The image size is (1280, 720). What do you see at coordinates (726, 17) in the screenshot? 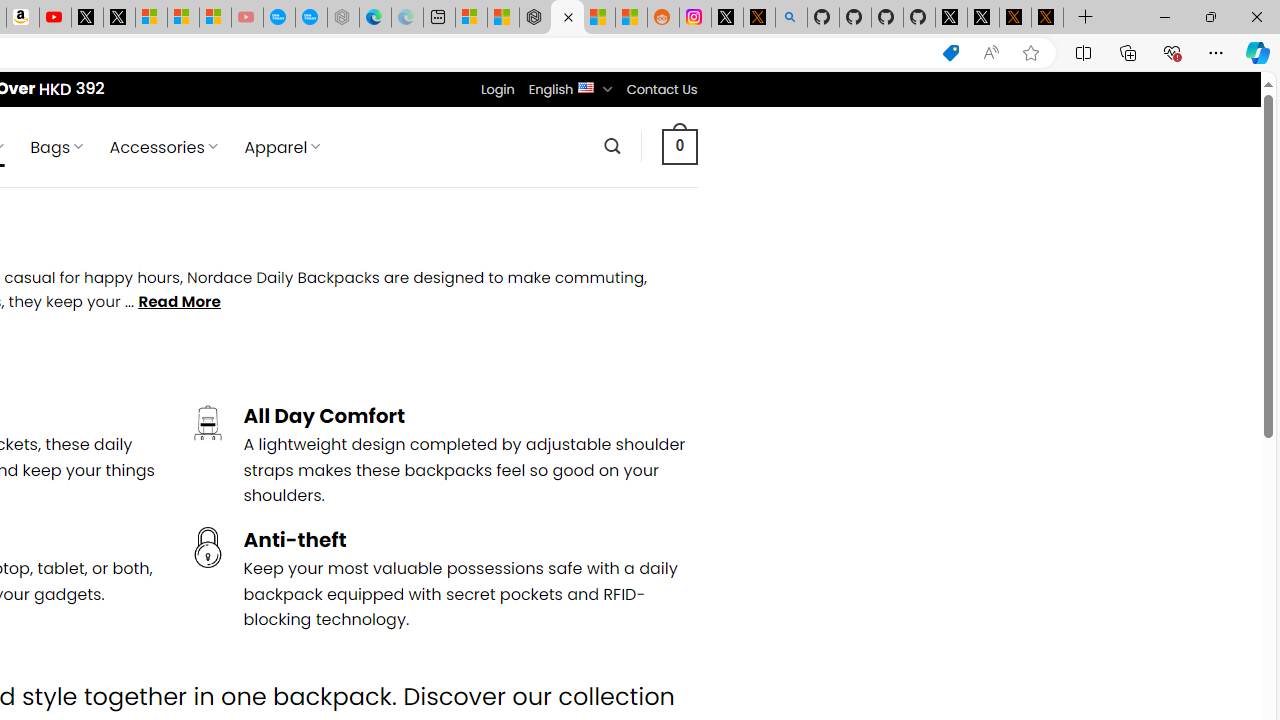
I see `'Log in to X / X'` at bounding box center [726, 17].